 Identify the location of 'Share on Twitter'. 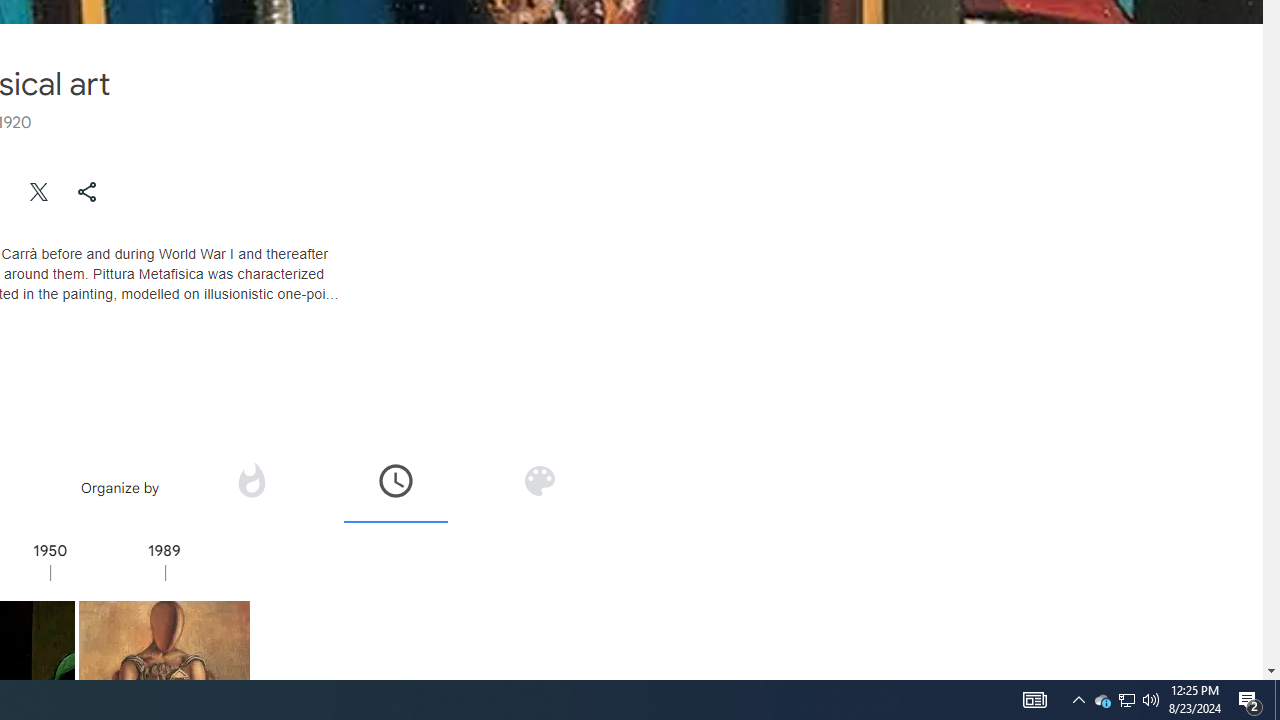
(39, 191).